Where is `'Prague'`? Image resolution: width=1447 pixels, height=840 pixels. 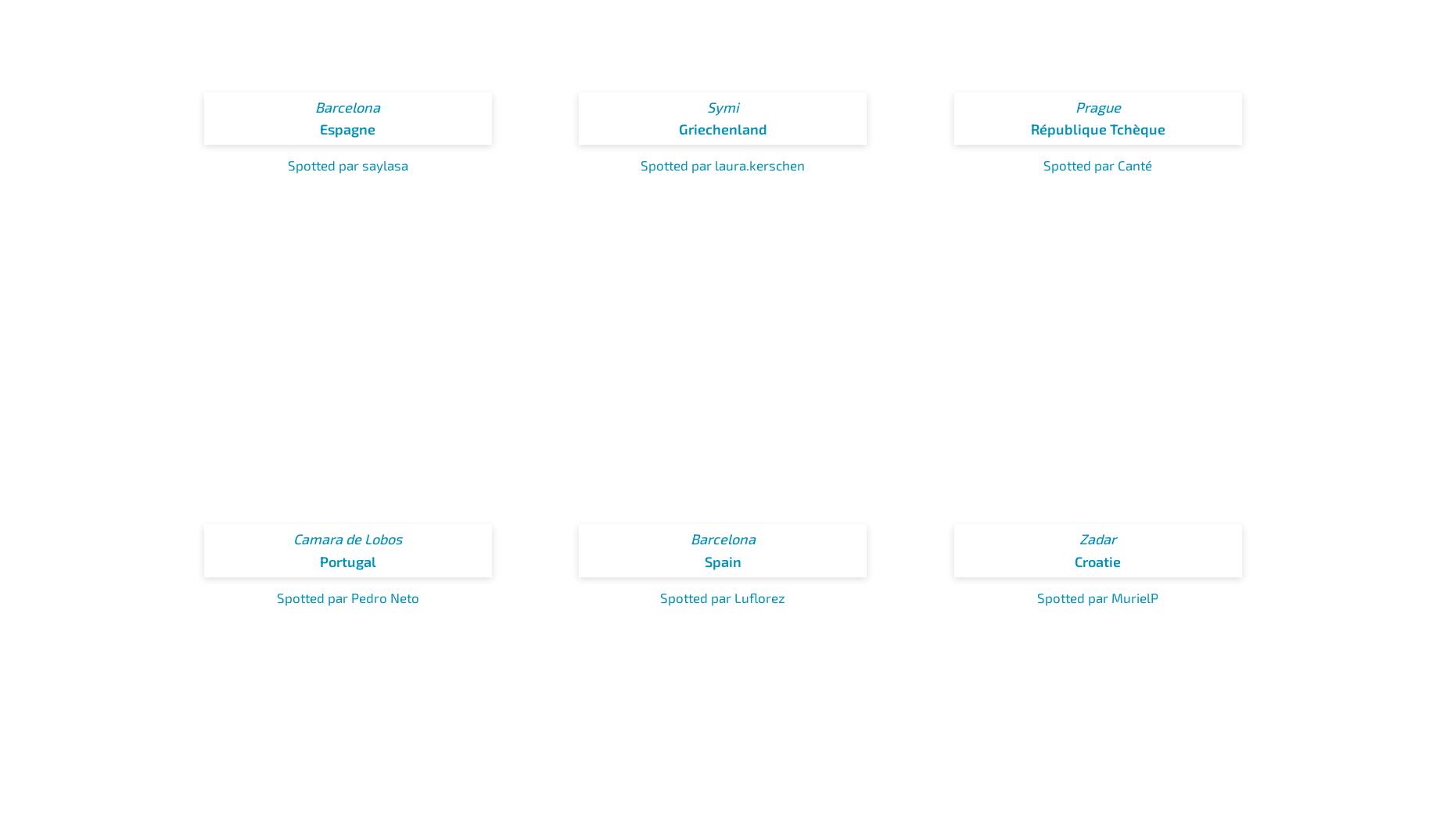
'Prague' is located at coordinates (1097, 105).